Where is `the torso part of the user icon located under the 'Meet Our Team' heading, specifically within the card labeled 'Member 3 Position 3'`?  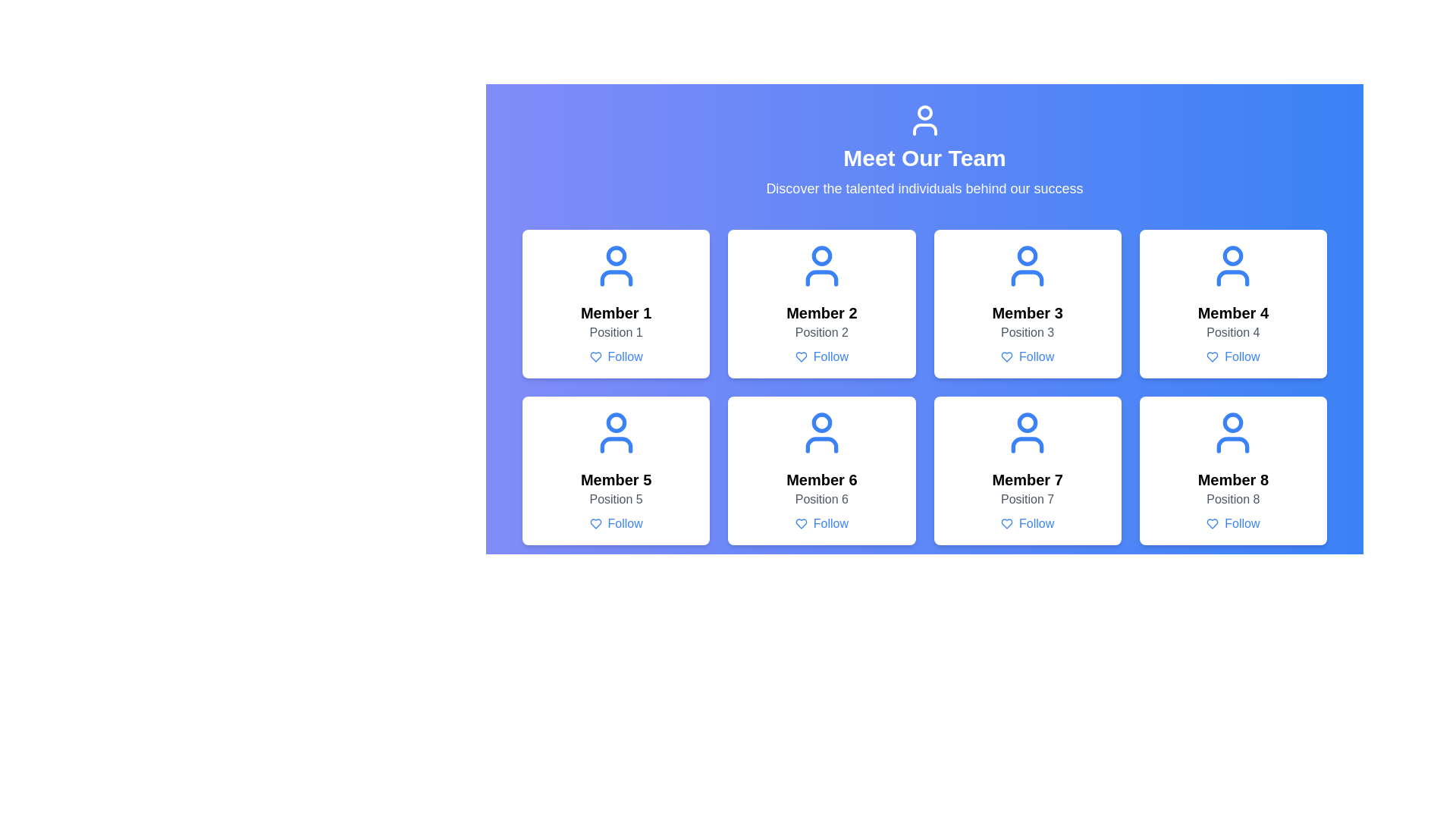
the torso part of the user icon located under the 'Meet Our Team' heading, specifically within the card labeled 'Member 3 Position 3' is located at coordinates (1028, 278).